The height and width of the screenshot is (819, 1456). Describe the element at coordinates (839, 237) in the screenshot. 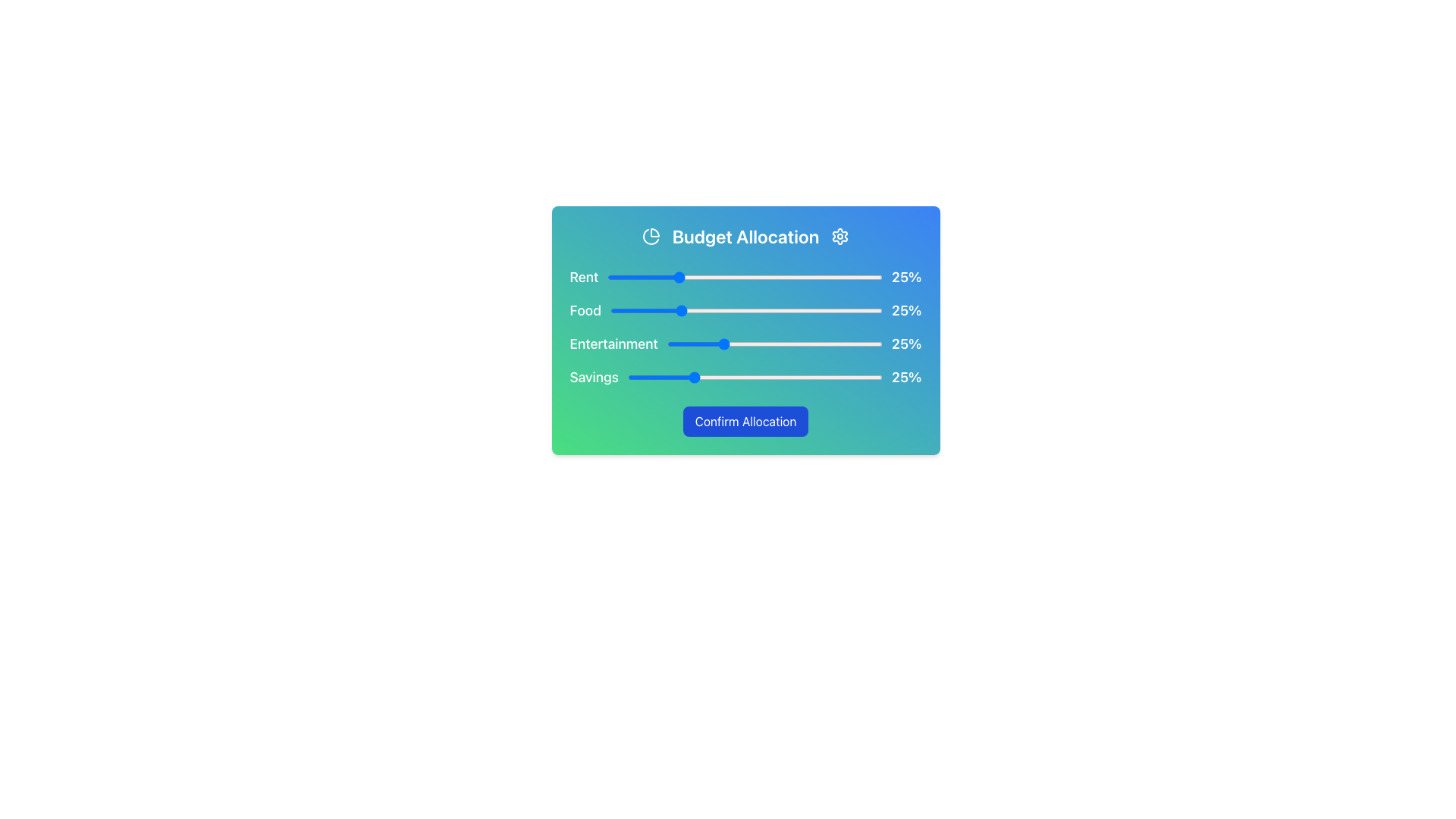

I see `the gear icon located at the top-right side of the budget allocation card` at that location.